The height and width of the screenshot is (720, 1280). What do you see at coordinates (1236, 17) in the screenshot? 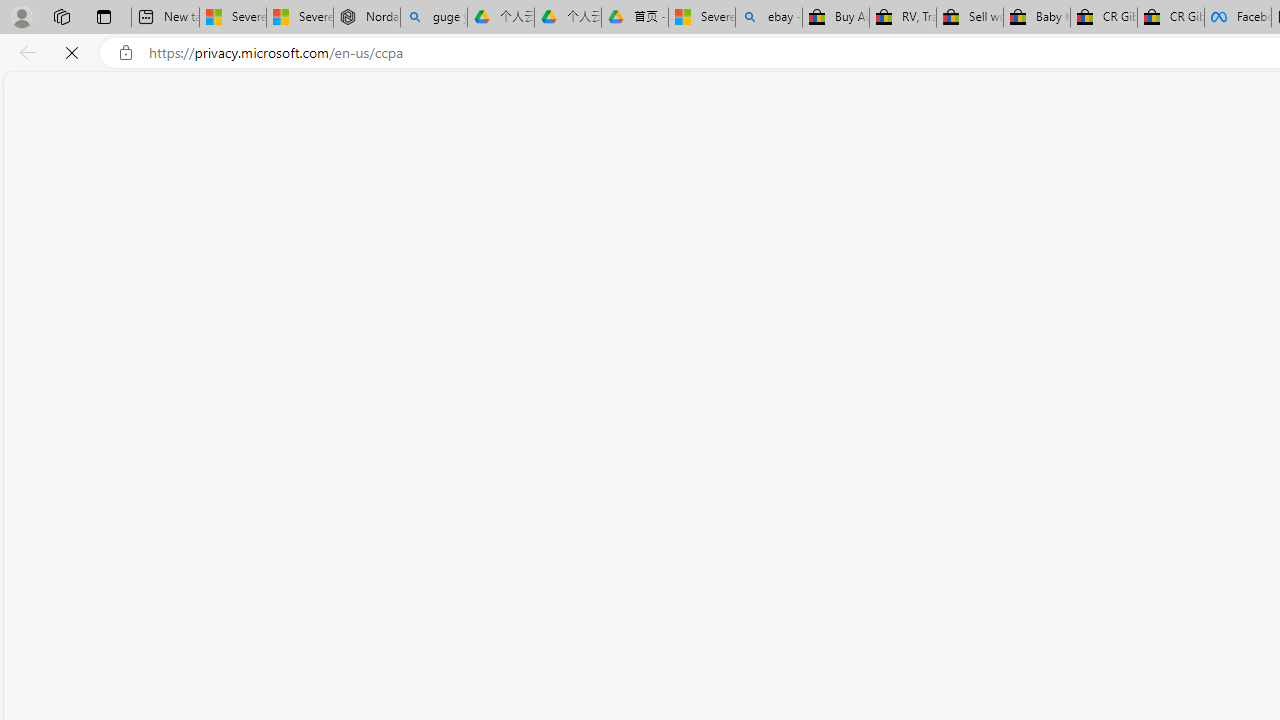
I see `'Facebook'` at bounding box center [1236, 17].